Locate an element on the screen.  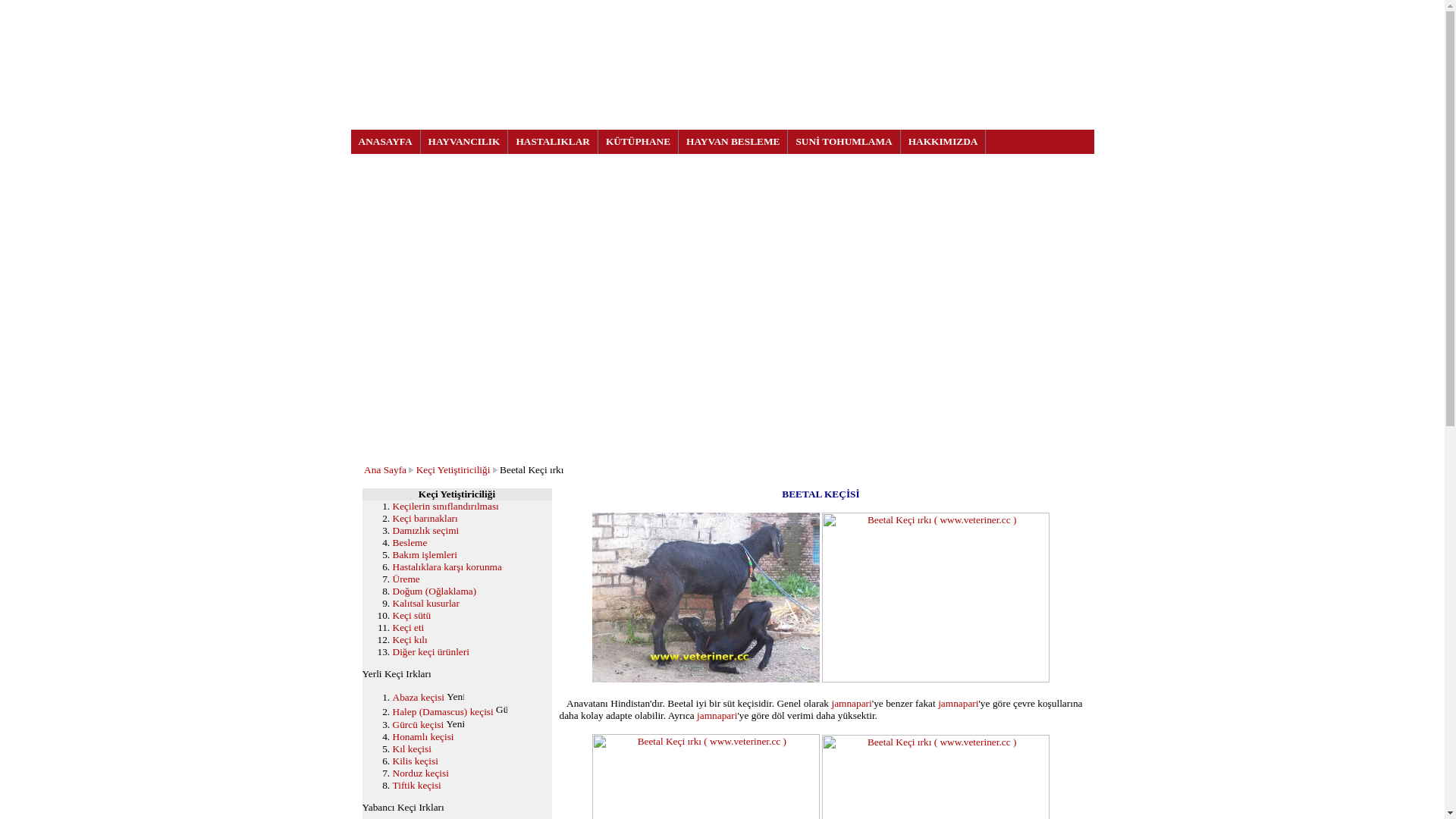
'HAKKIMIZDA' is located at coordinates (943, 141).